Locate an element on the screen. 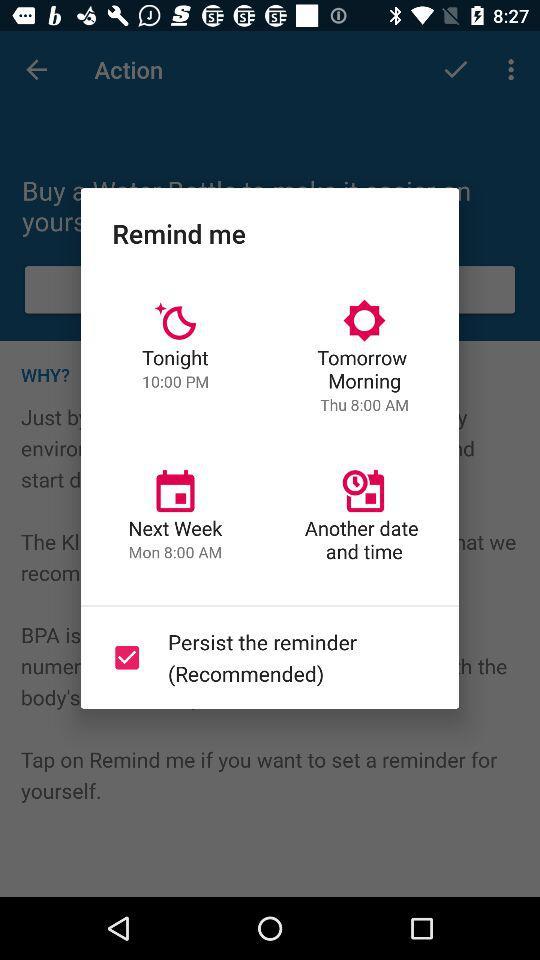 Image resolution: width=540 pixels, height=960 pixels. the persist the reminder item is located at coordinates (266, 656).